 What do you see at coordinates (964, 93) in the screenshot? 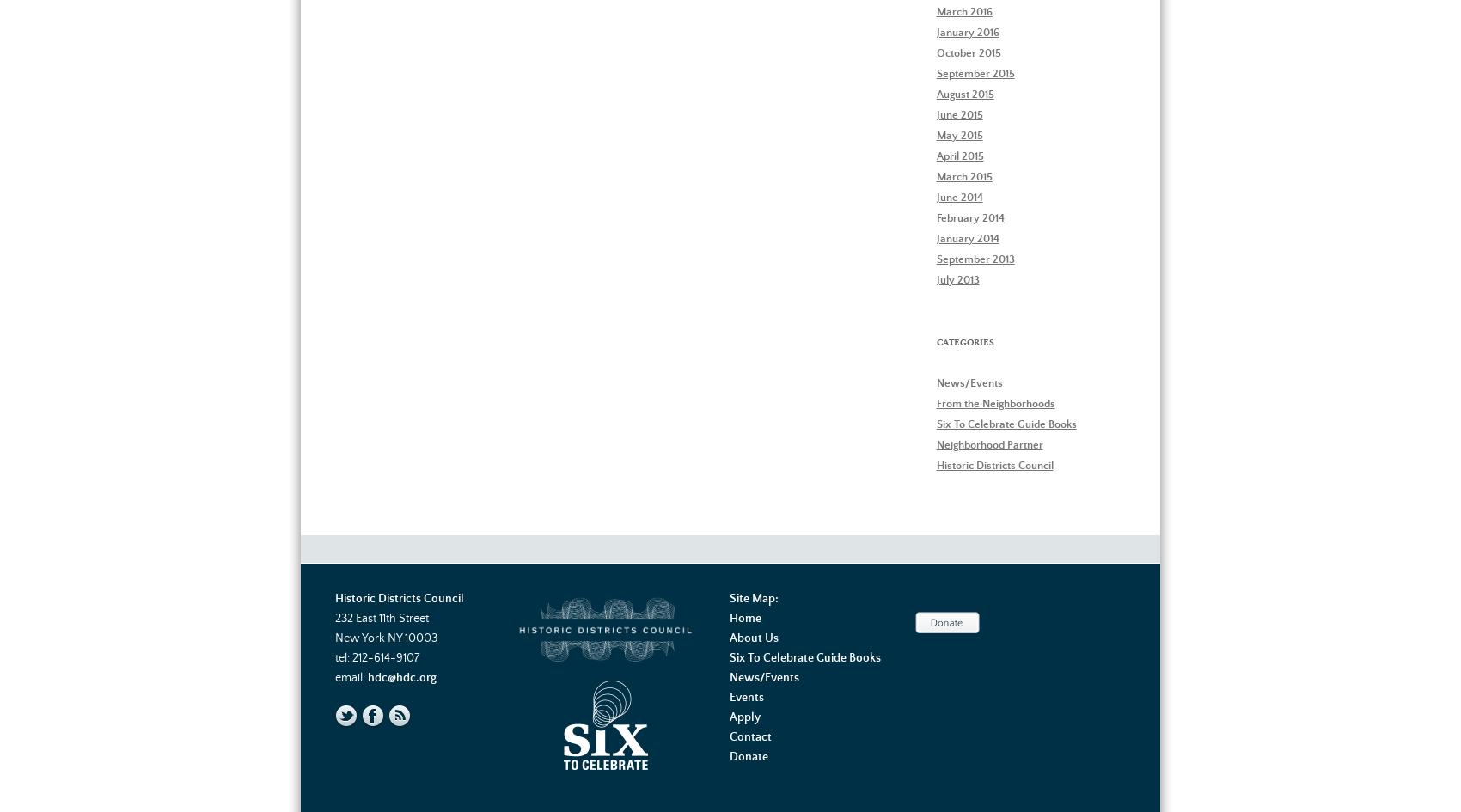
I see `'August 2015'` at bounding box center [964, 93].